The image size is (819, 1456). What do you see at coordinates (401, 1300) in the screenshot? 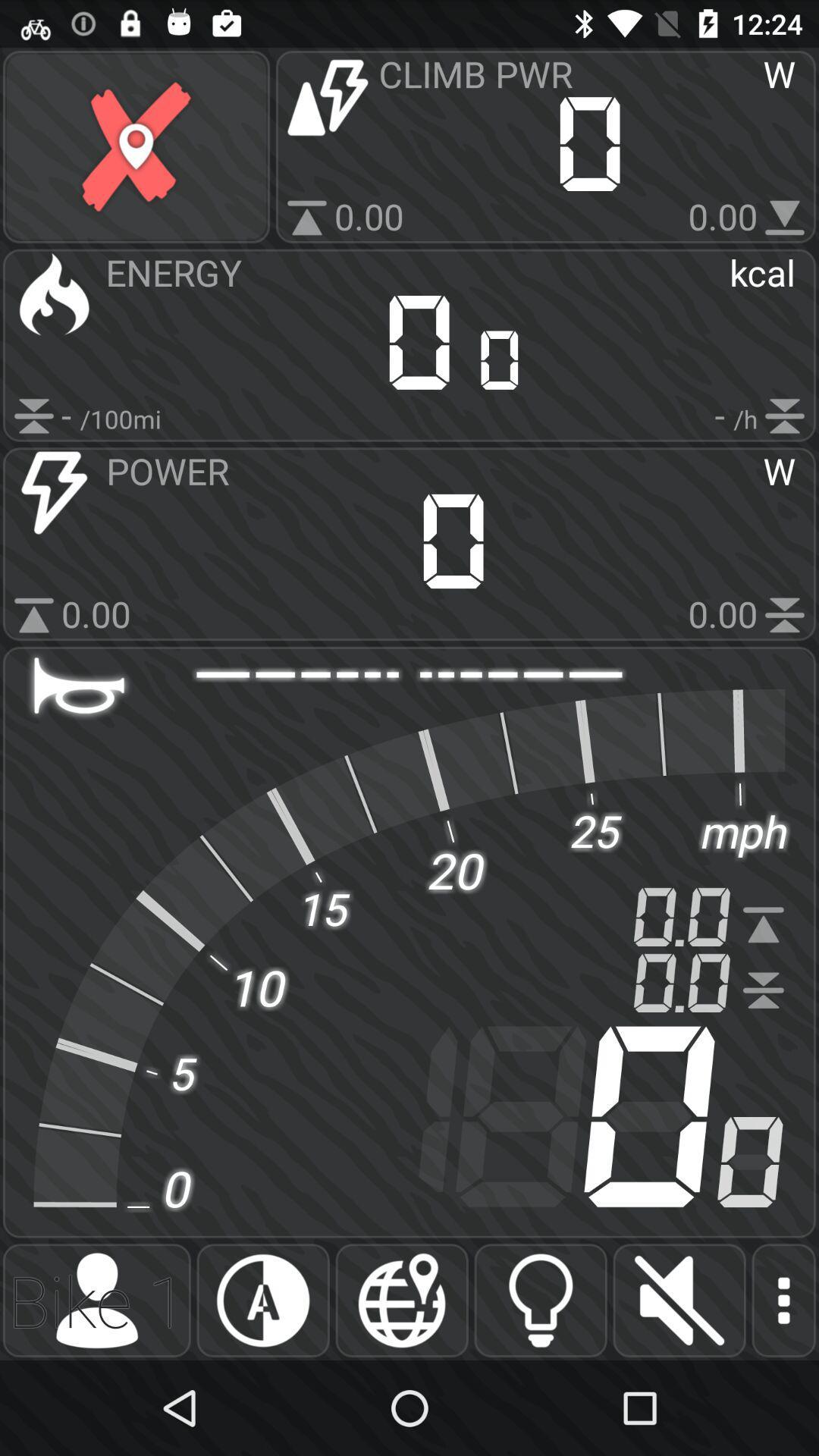
I see `location tab` at bounding box center [401, 1300].